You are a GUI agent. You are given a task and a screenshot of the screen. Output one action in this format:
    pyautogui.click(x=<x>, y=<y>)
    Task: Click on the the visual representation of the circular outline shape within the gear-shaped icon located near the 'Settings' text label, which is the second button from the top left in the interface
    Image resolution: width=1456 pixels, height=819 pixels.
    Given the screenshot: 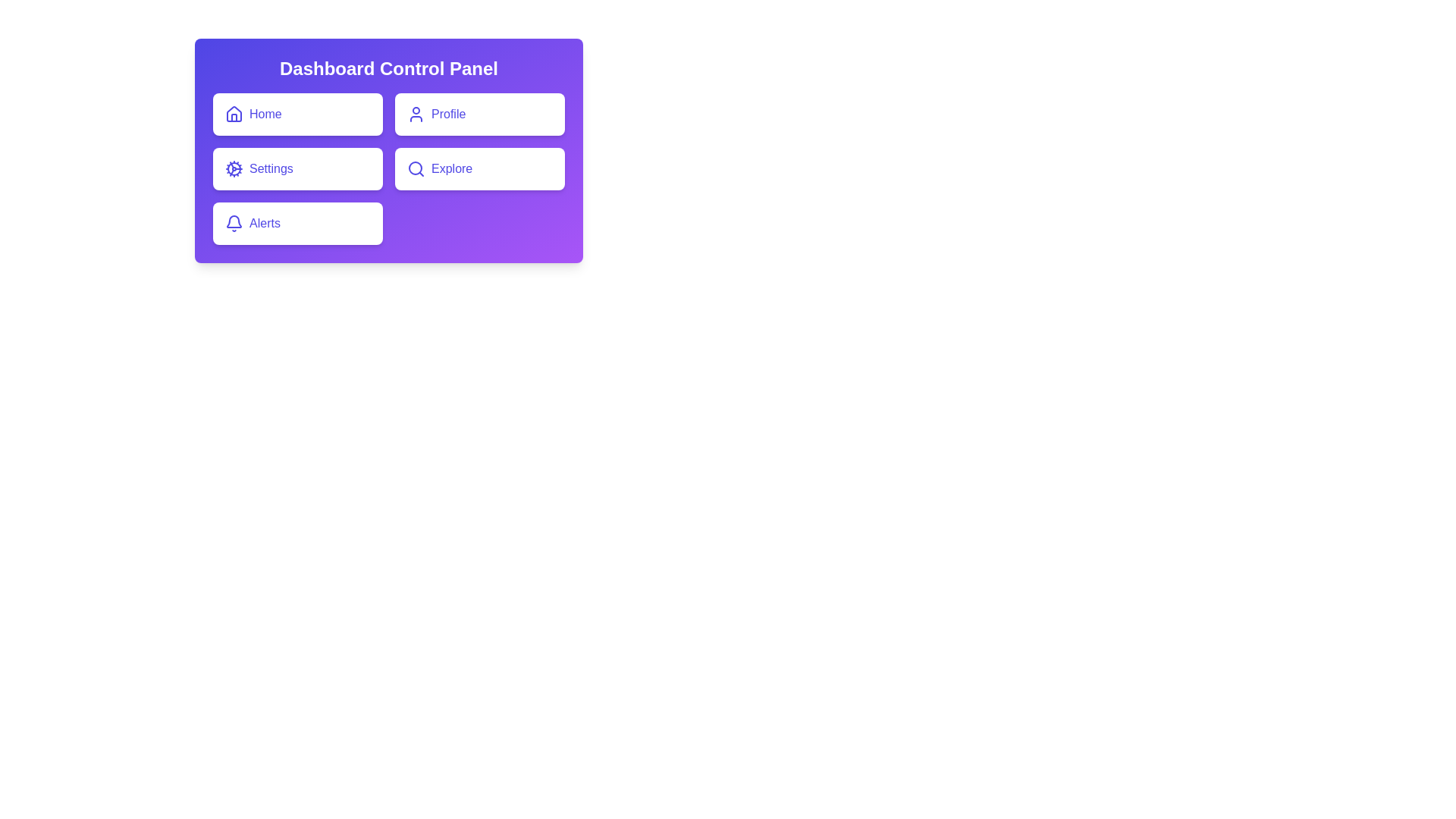 What is the action you would take?
    pyautogui.click(x=233, y=169)
    